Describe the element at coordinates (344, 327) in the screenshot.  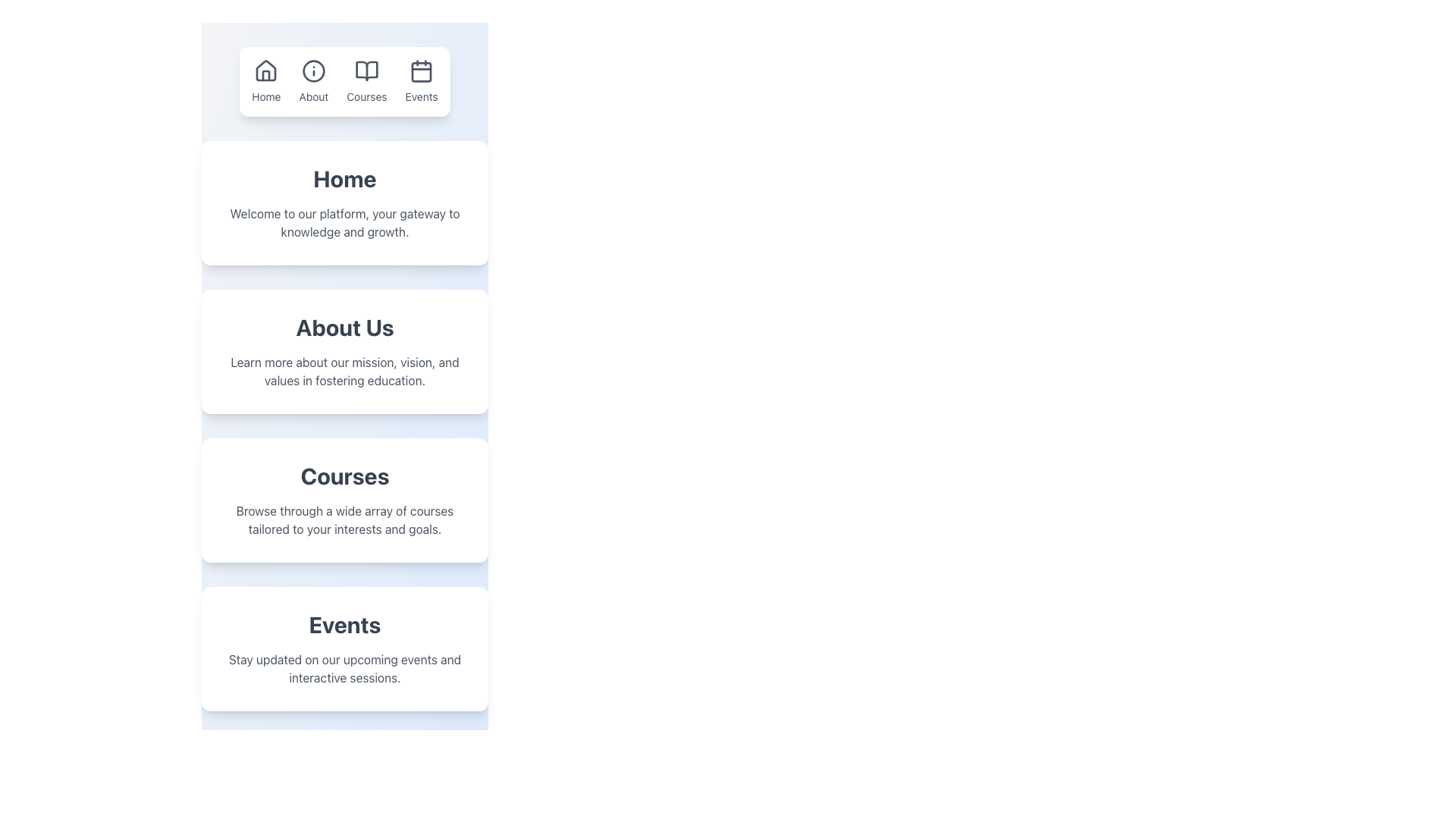
I see `the bolded 'About Us' text in the center of the section` at that location.